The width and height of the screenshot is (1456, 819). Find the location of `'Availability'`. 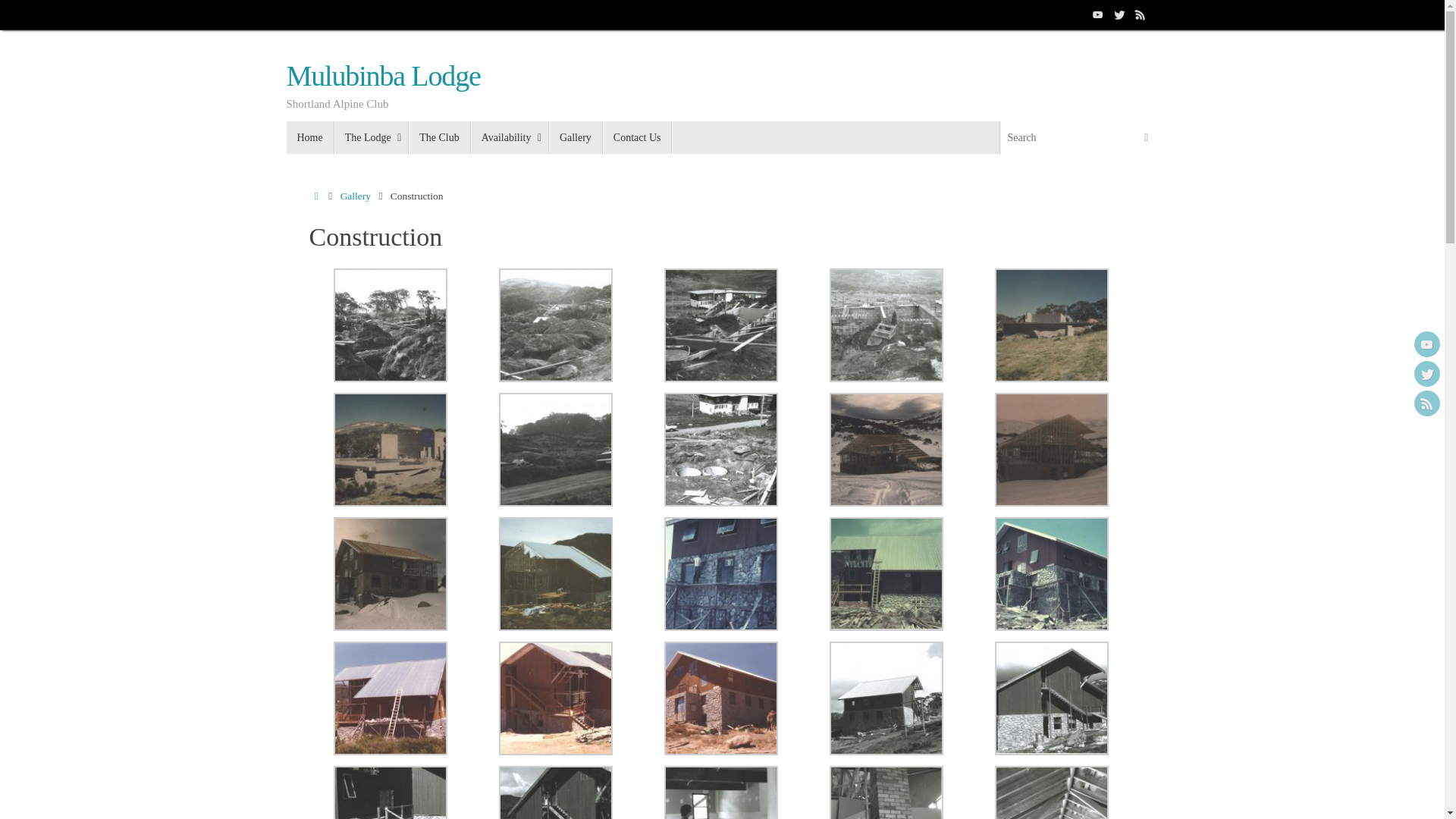

'Availability' is located at coordinates (469, 137).